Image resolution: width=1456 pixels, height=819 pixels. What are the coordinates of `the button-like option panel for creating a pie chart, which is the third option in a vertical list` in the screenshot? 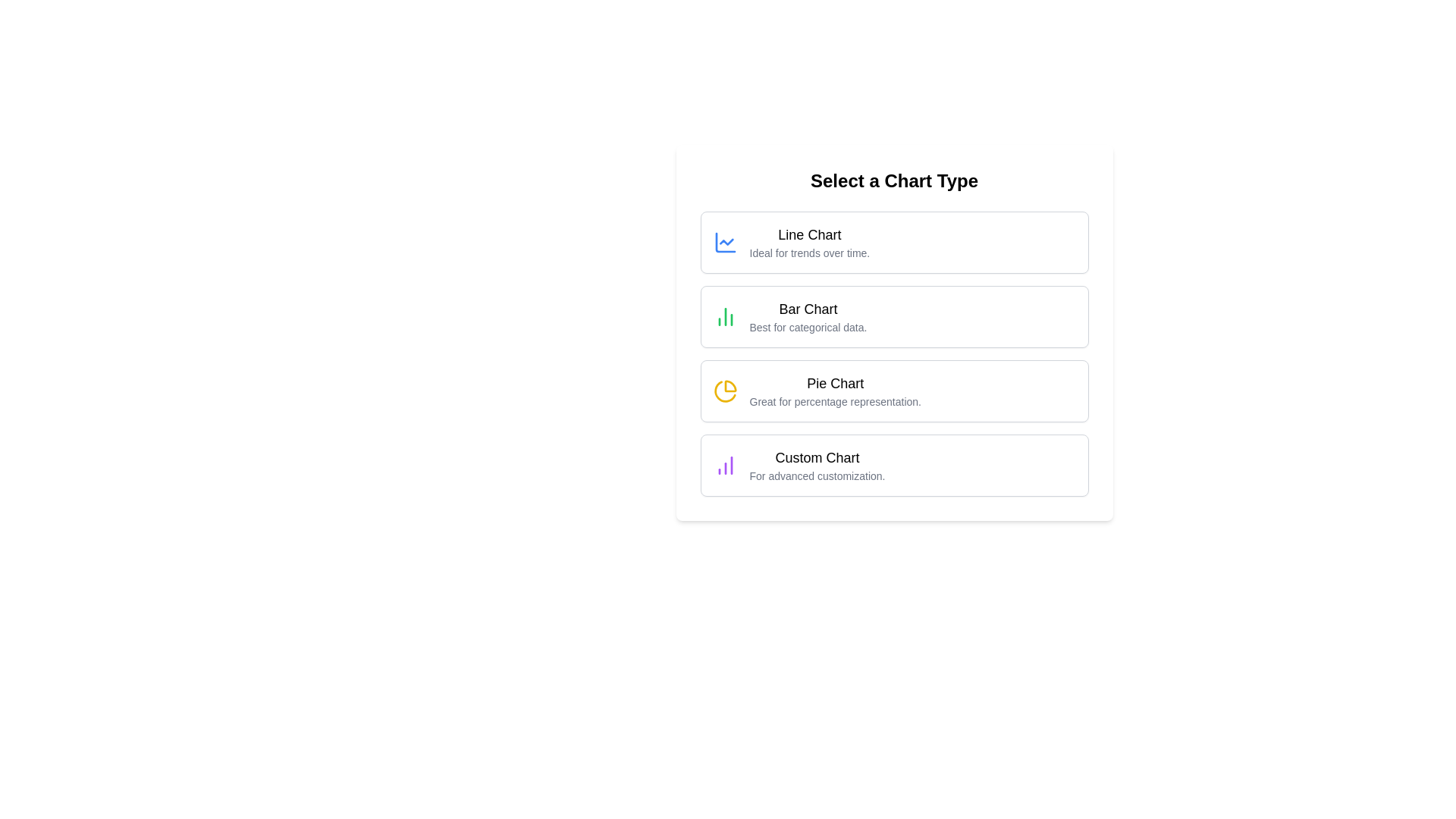 It's located at (894, 391).